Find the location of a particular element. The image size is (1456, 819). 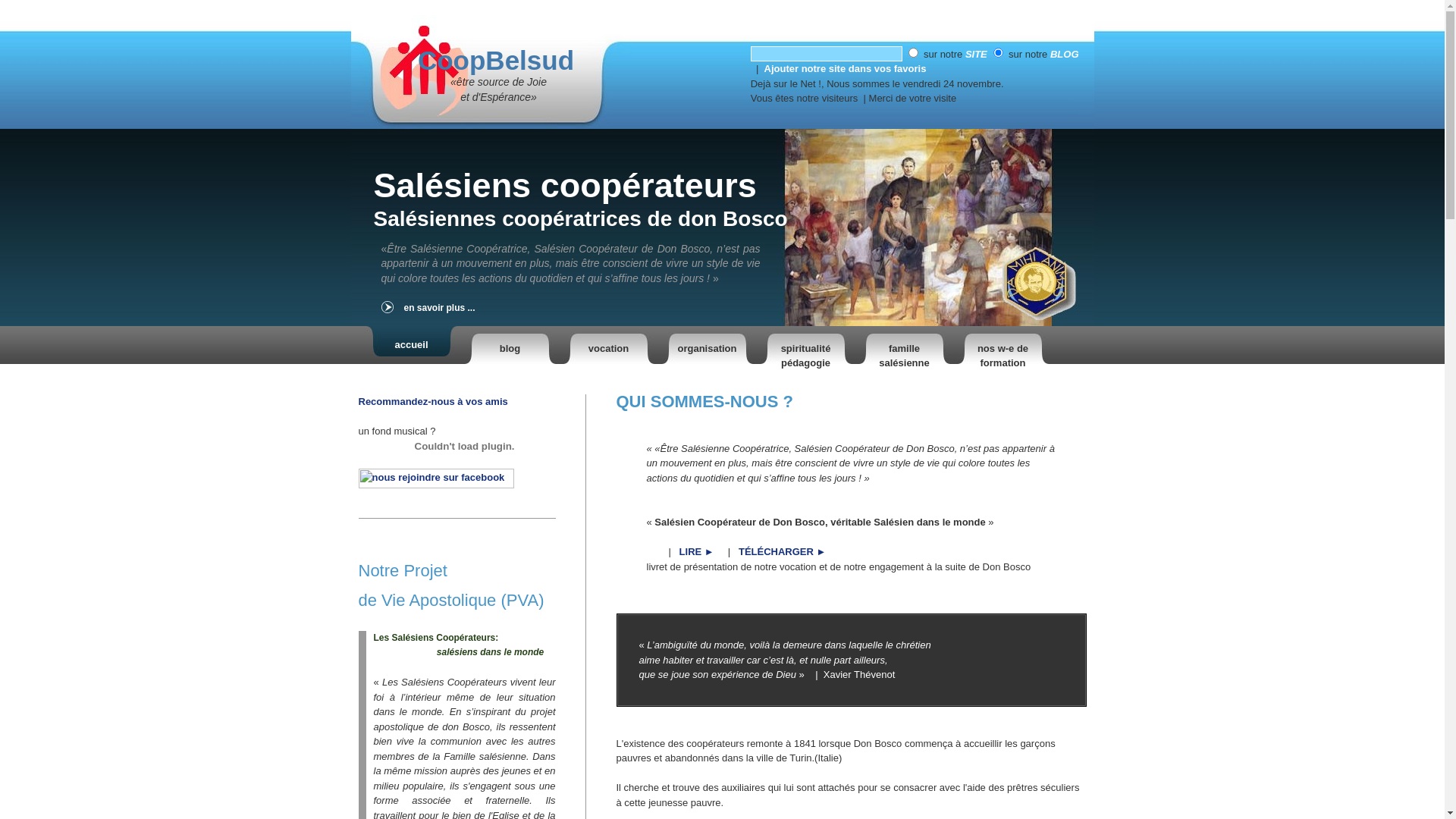

'nos w-e de is located at coordinates (1002, 345).